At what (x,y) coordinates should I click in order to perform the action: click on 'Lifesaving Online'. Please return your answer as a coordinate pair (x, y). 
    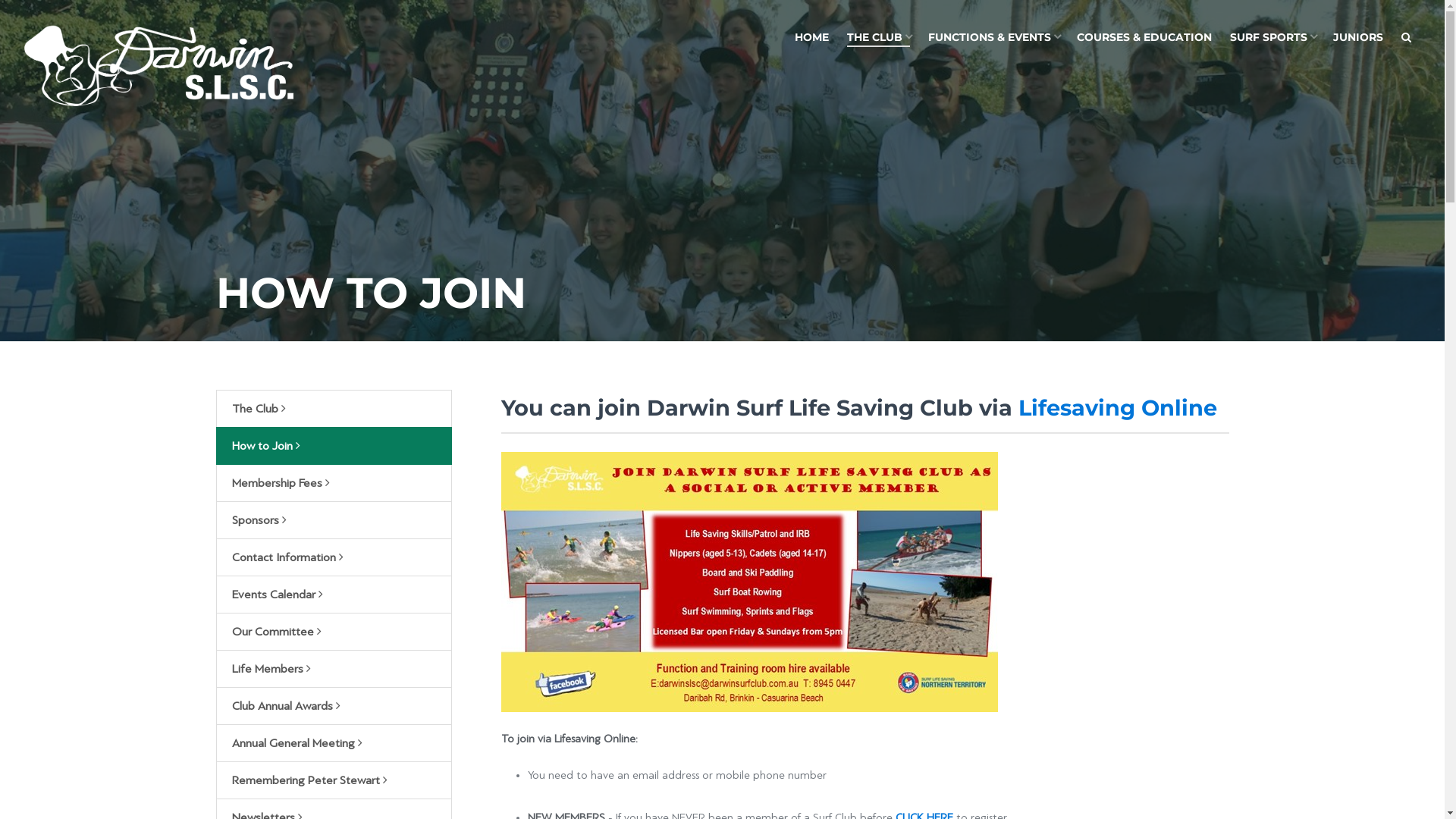
    Looking at the image, I should click on (1018, 406).